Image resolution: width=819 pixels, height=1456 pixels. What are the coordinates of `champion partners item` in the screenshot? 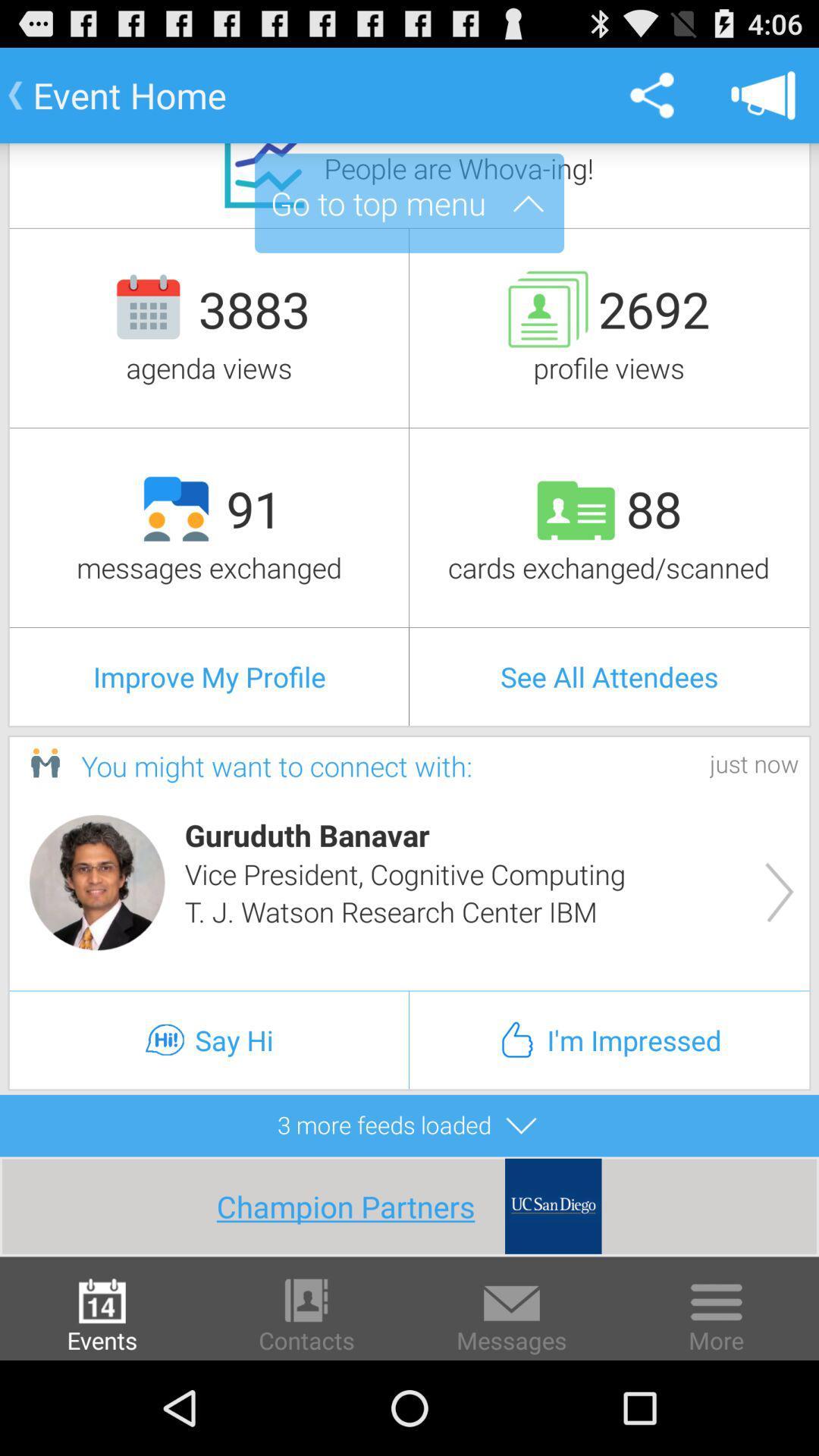 It's located at (360, 1206).